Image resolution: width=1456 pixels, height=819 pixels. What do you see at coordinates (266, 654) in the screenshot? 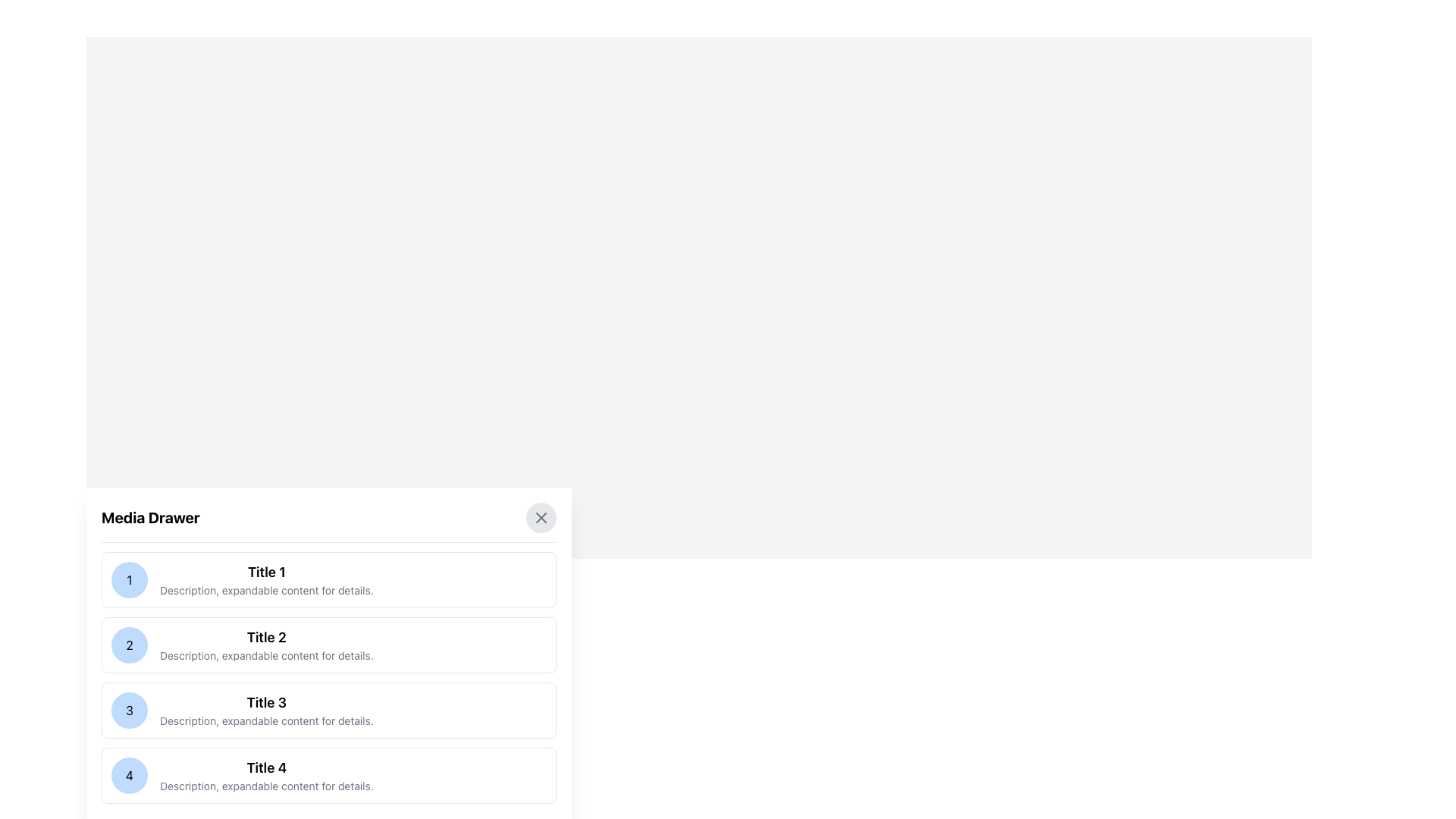
I see `the static text content that provides descriptive information about the section titled 'Title 2', which is the second line of text in that section` at bounding box center [266, 654].